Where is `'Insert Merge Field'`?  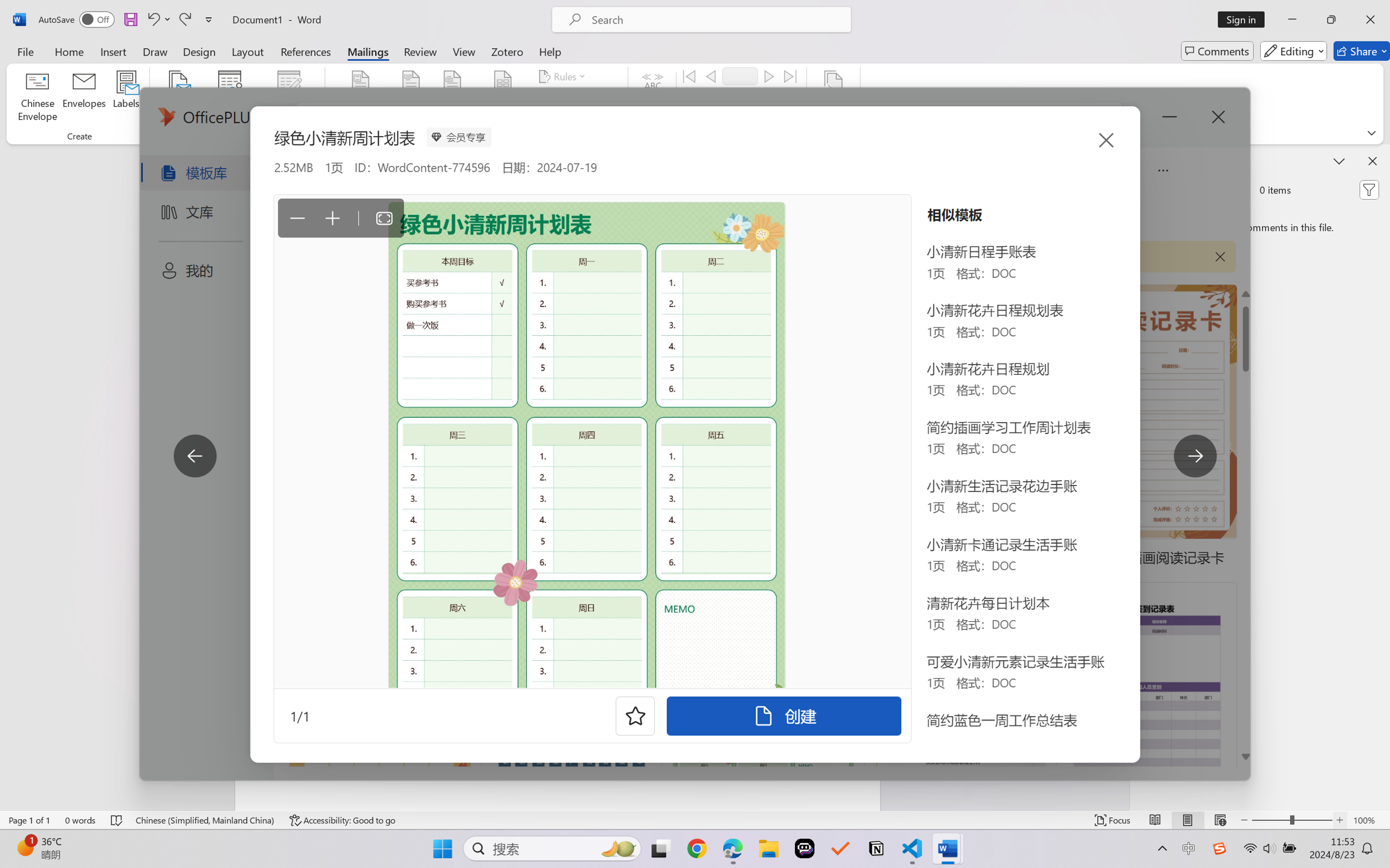 'Insert Merge Field' is located at coordinates (503, 82).